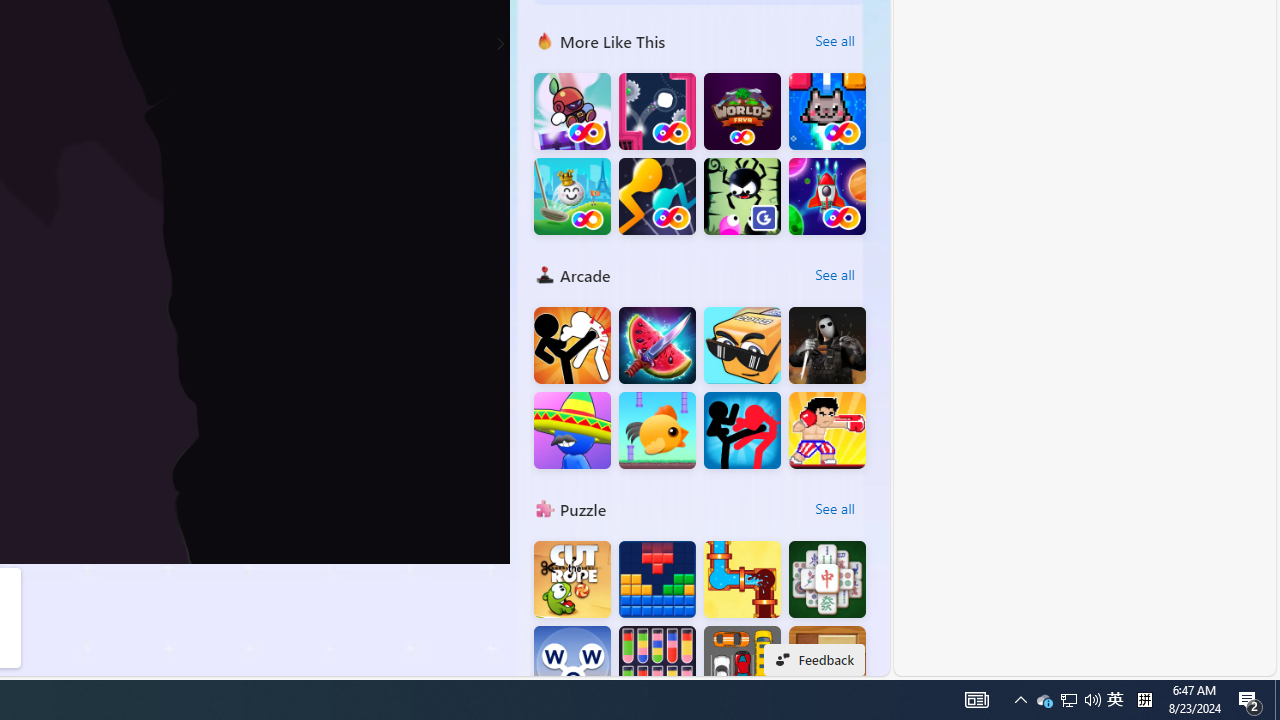 The width and height of the screenshot is (1280, 720). What do you see at coordinates (827, 344) in the screenshot?
I see `'Hunter Hitman'` at bounding box center [827, 344].